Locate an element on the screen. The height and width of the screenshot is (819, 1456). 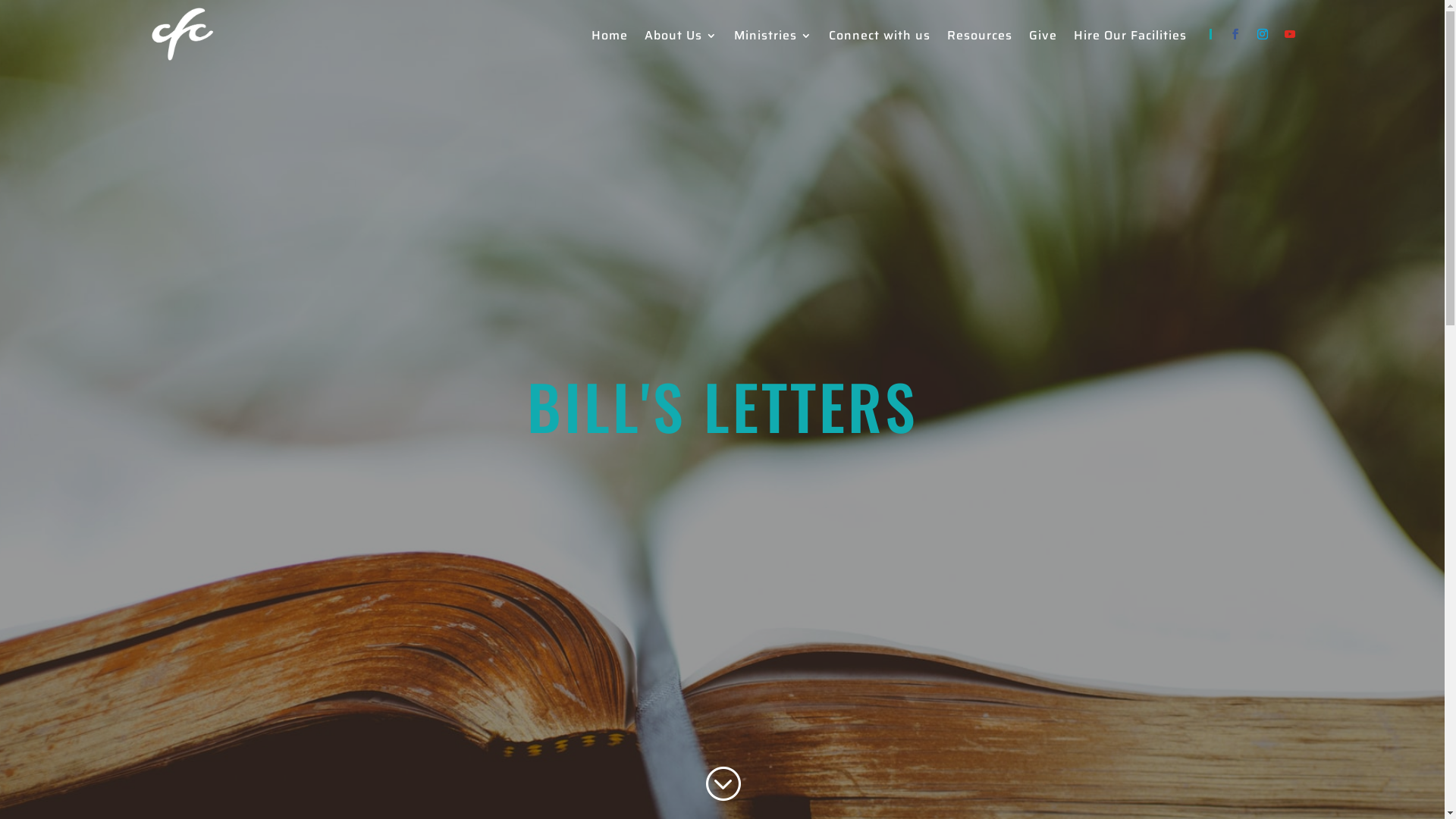
'Connect with us' is located at coordinates (878, 37).